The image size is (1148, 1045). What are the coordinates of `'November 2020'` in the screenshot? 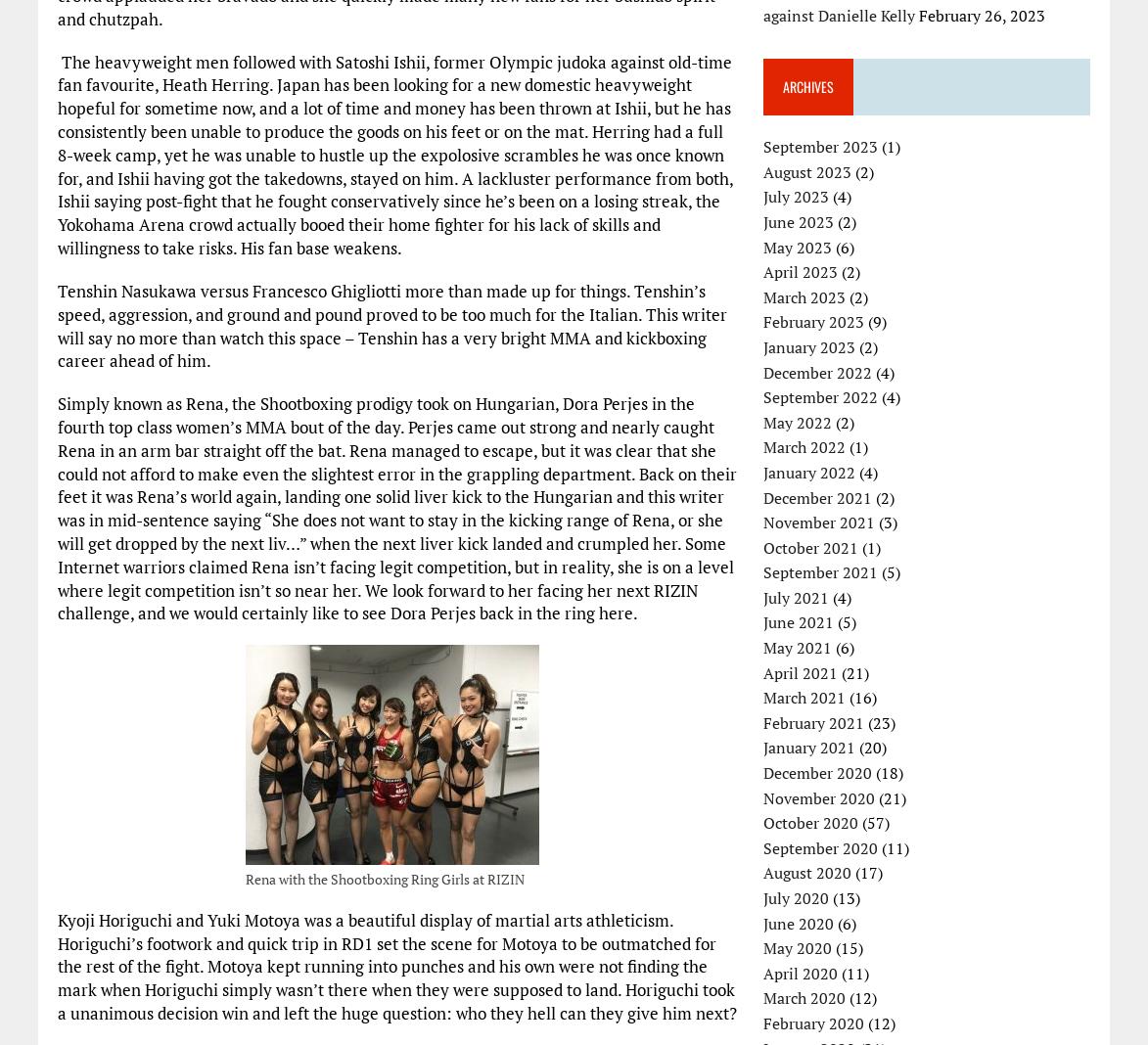 It's located at (819, 795).